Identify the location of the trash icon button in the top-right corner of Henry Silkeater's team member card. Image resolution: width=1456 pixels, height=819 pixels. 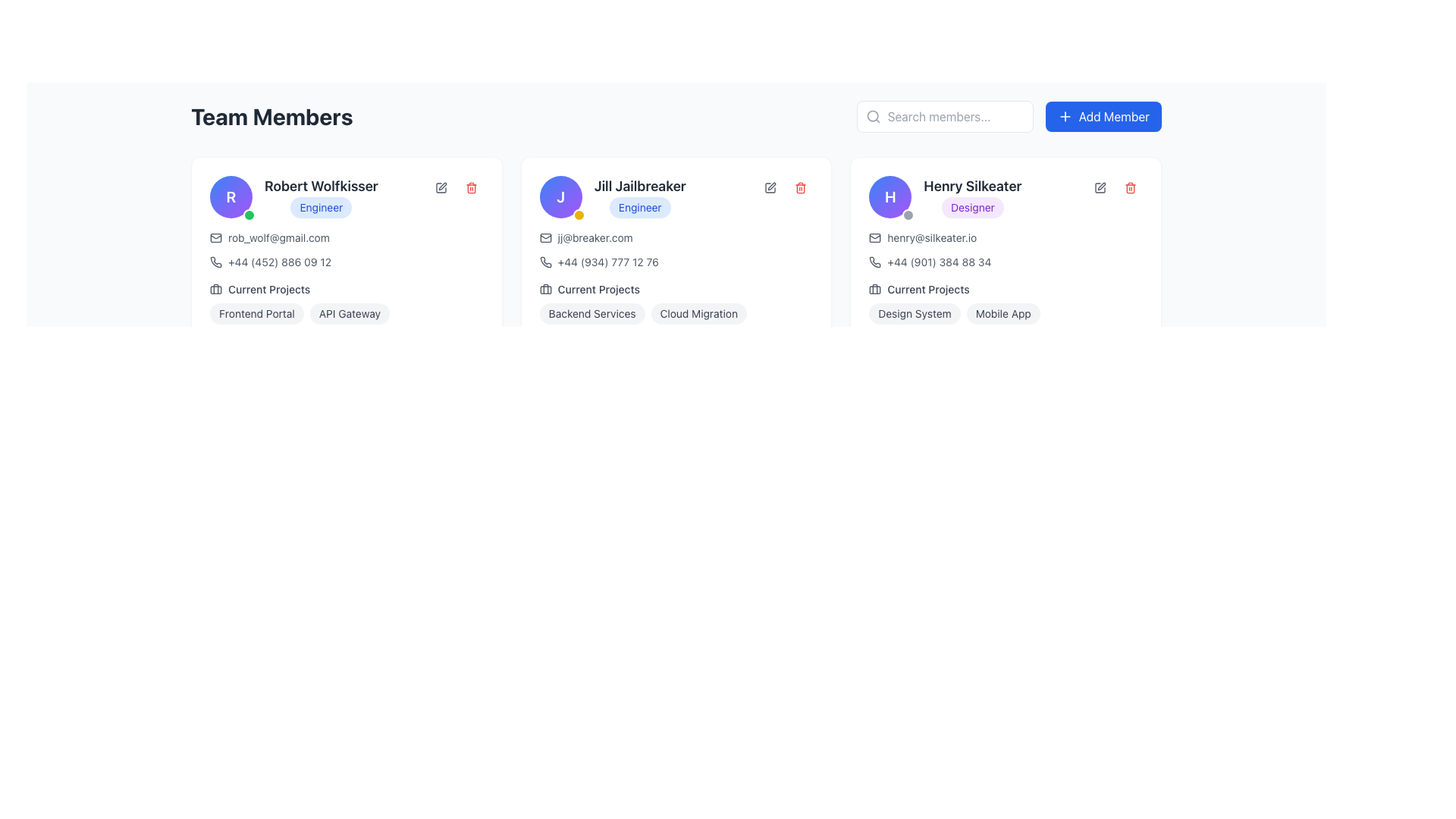
(1131, 187).